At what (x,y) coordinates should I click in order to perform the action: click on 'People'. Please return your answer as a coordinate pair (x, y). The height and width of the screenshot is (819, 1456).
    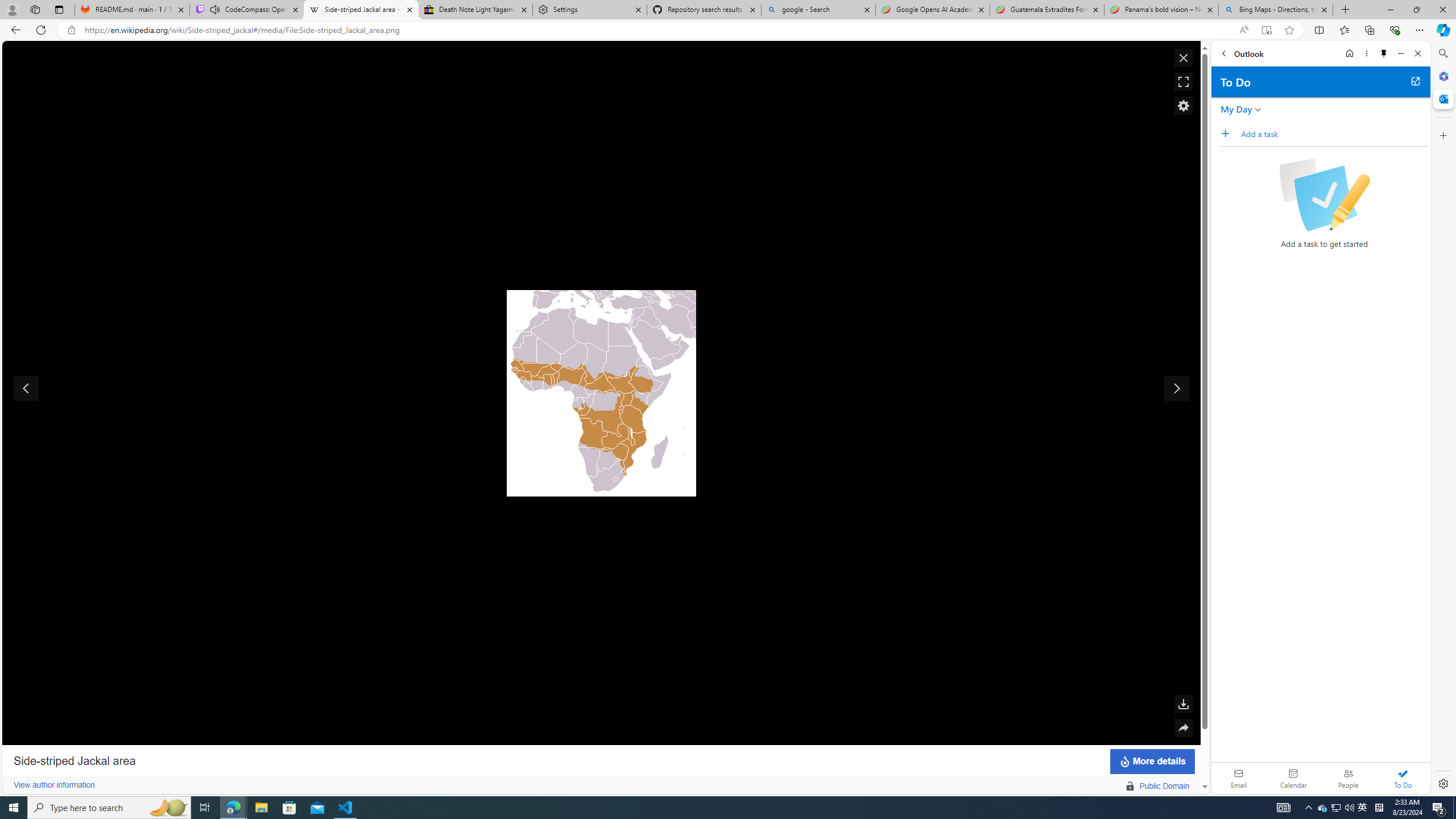
    Looking at the image, I should click on (1347, 777).